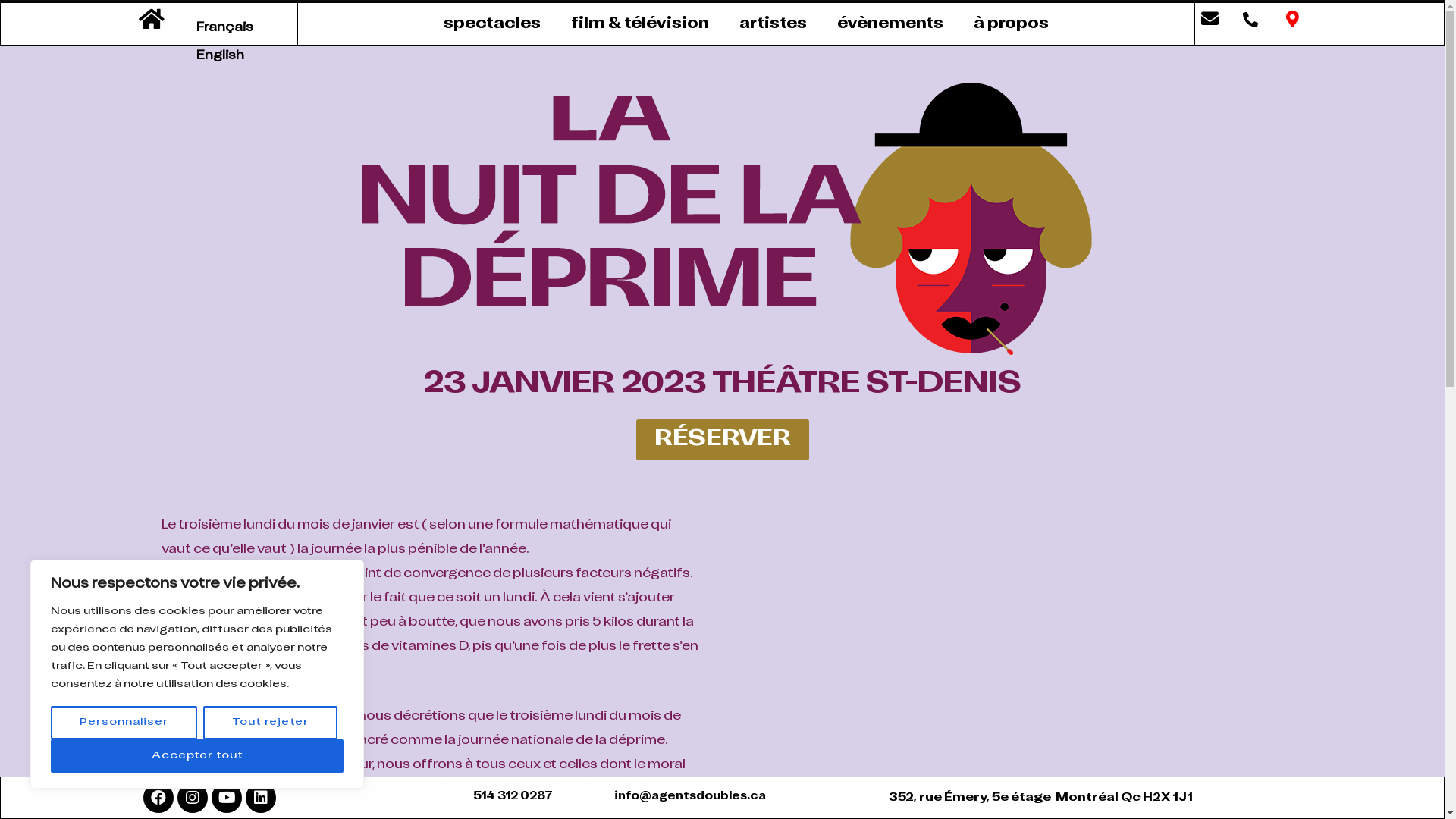  I want to click on 'Tout rejeter', so click(202, 721).